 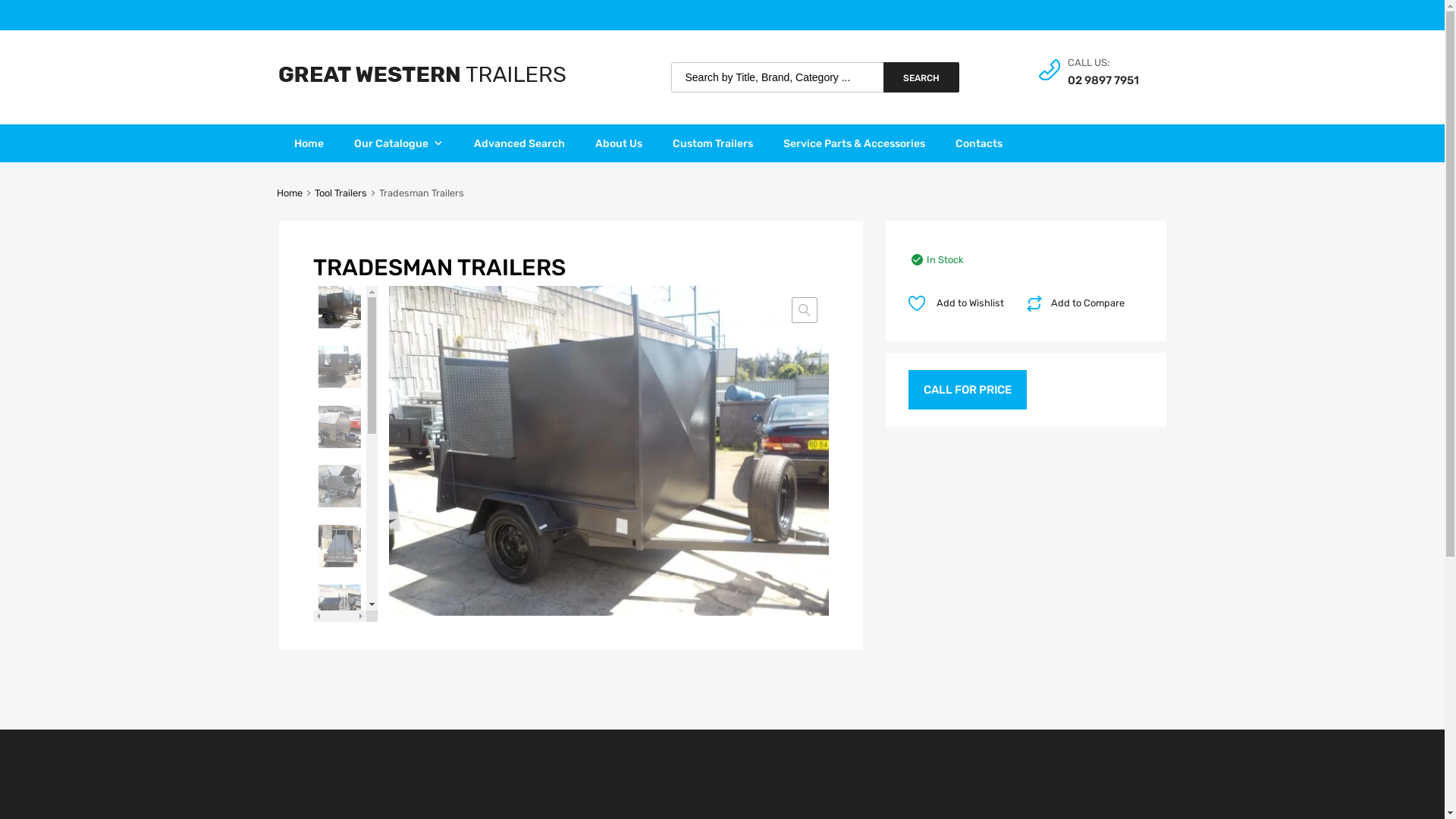 What do you see at coordinates (960, 303) in the screenshot?
I see `'Add to Wishlist'` at bounding box center [960, 303].